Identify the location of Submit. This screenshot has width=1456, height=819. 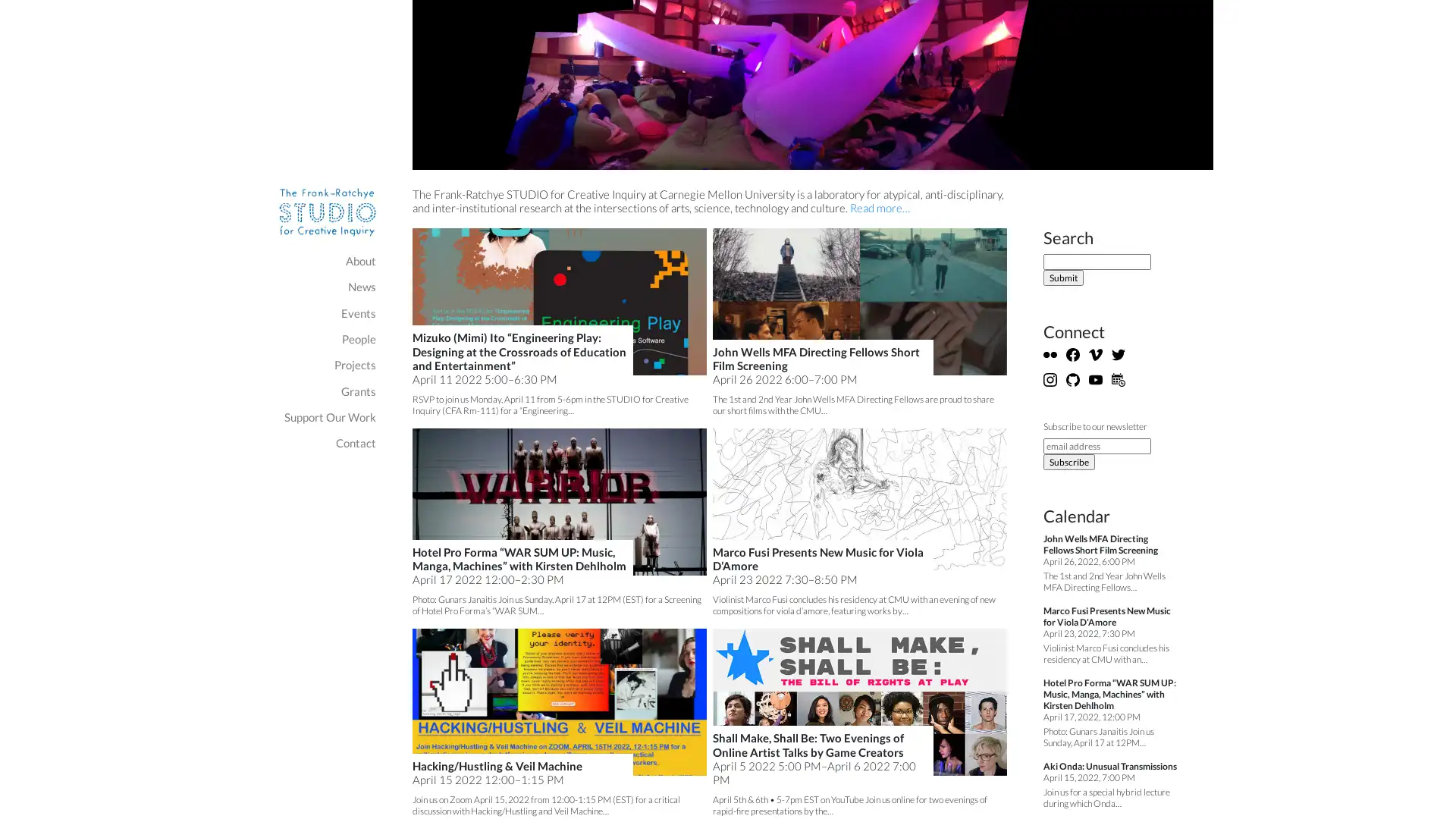
(1062, 278).